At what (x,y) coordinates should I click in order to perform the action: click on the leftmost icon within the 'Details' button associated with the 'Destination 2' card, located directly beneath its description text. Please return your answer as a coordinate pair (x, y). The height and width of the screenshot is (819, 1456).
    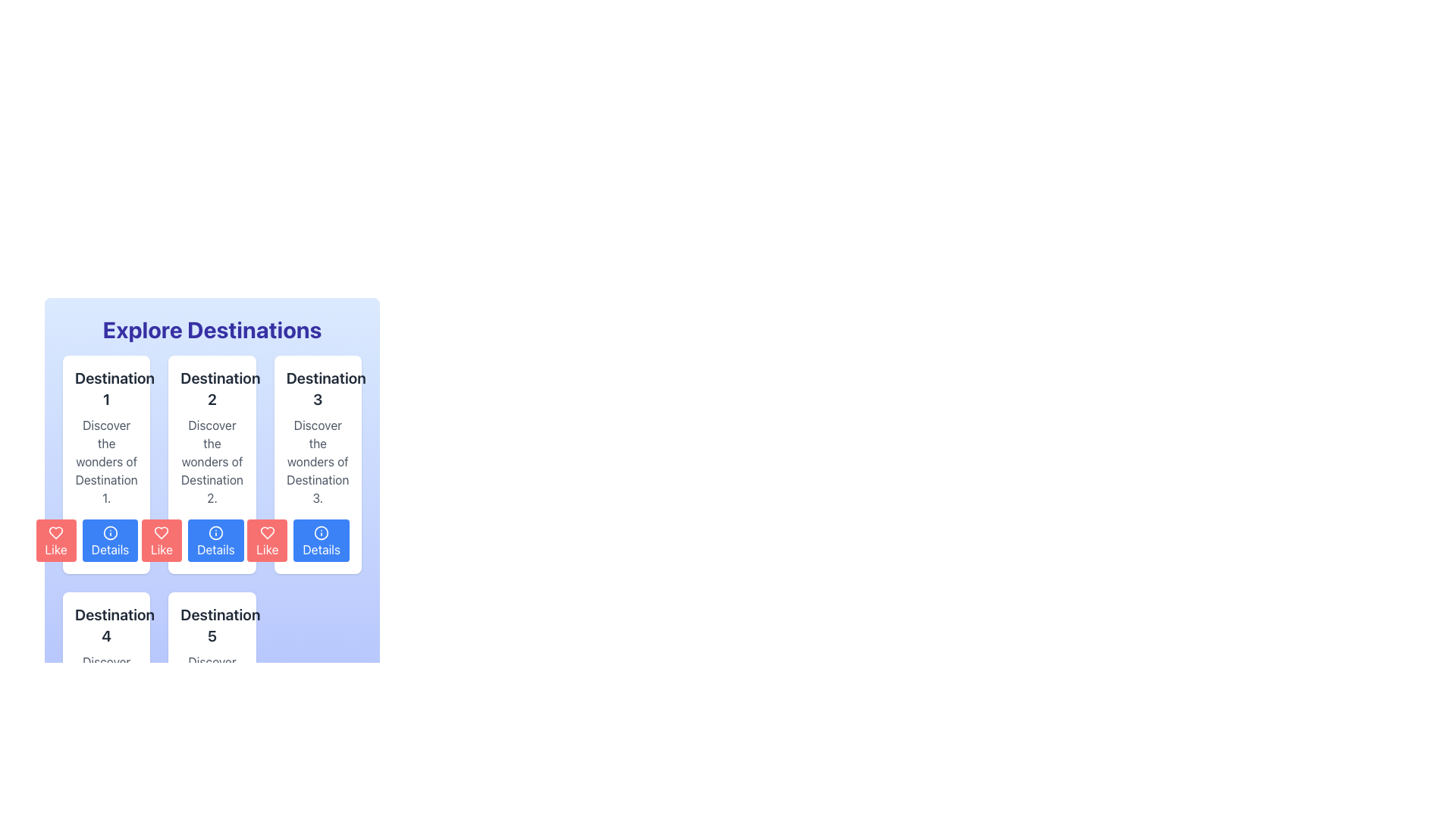
    Looking at the image, I should click on (109, 532).